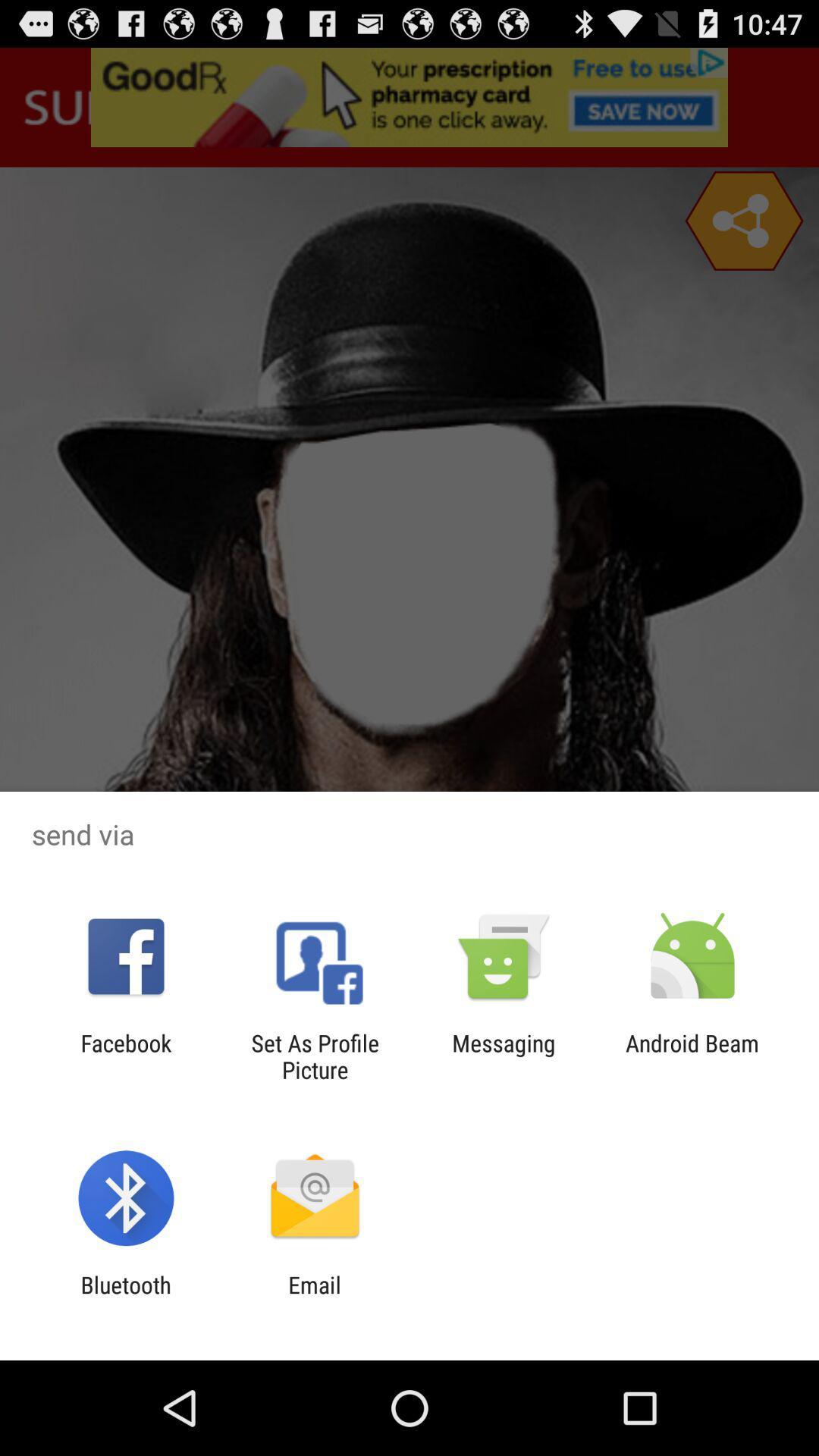  Describe the element at coordinates (314, 1298) in the screenshot. I see `the email` at that location.